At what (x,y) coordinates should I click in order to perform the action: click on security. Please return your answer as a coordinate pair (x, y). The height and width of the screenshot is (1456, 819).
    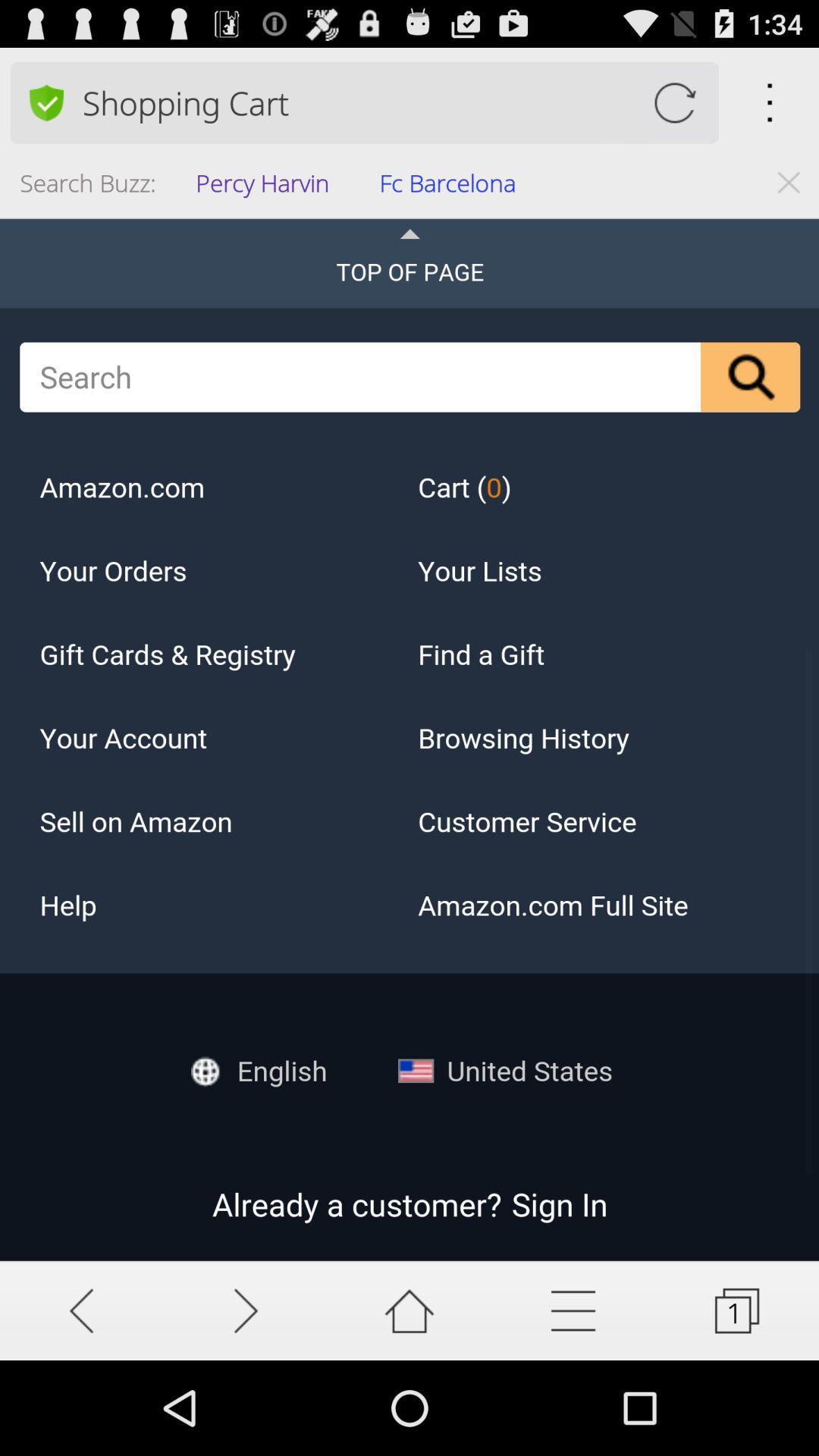
    Looking at the image, I should click on (45, 102).